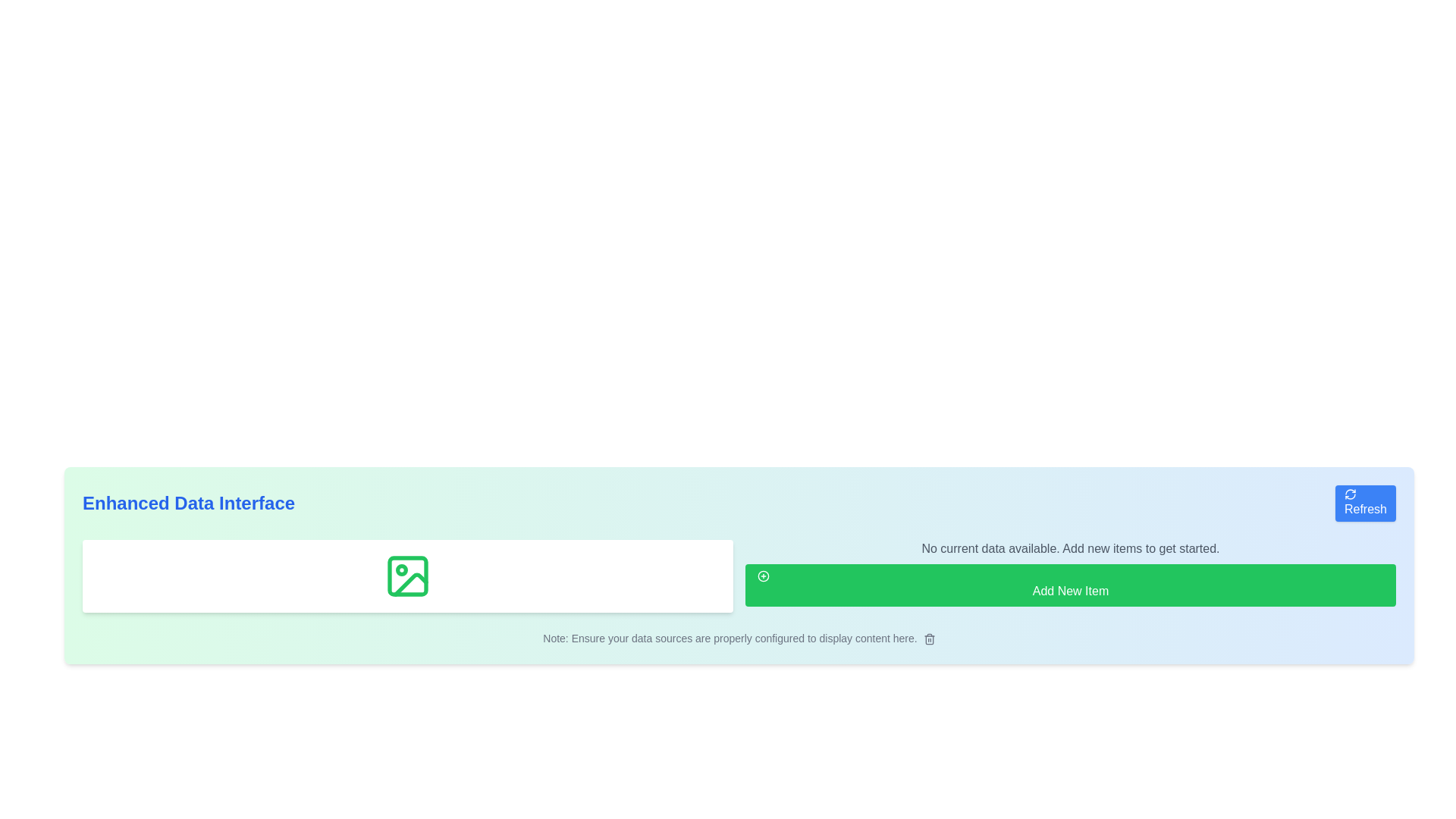 The width and height of the screenshot is (1456, 819). I want to click on the refresh button located near the top-right corner of the interface, so click(1365, 503).